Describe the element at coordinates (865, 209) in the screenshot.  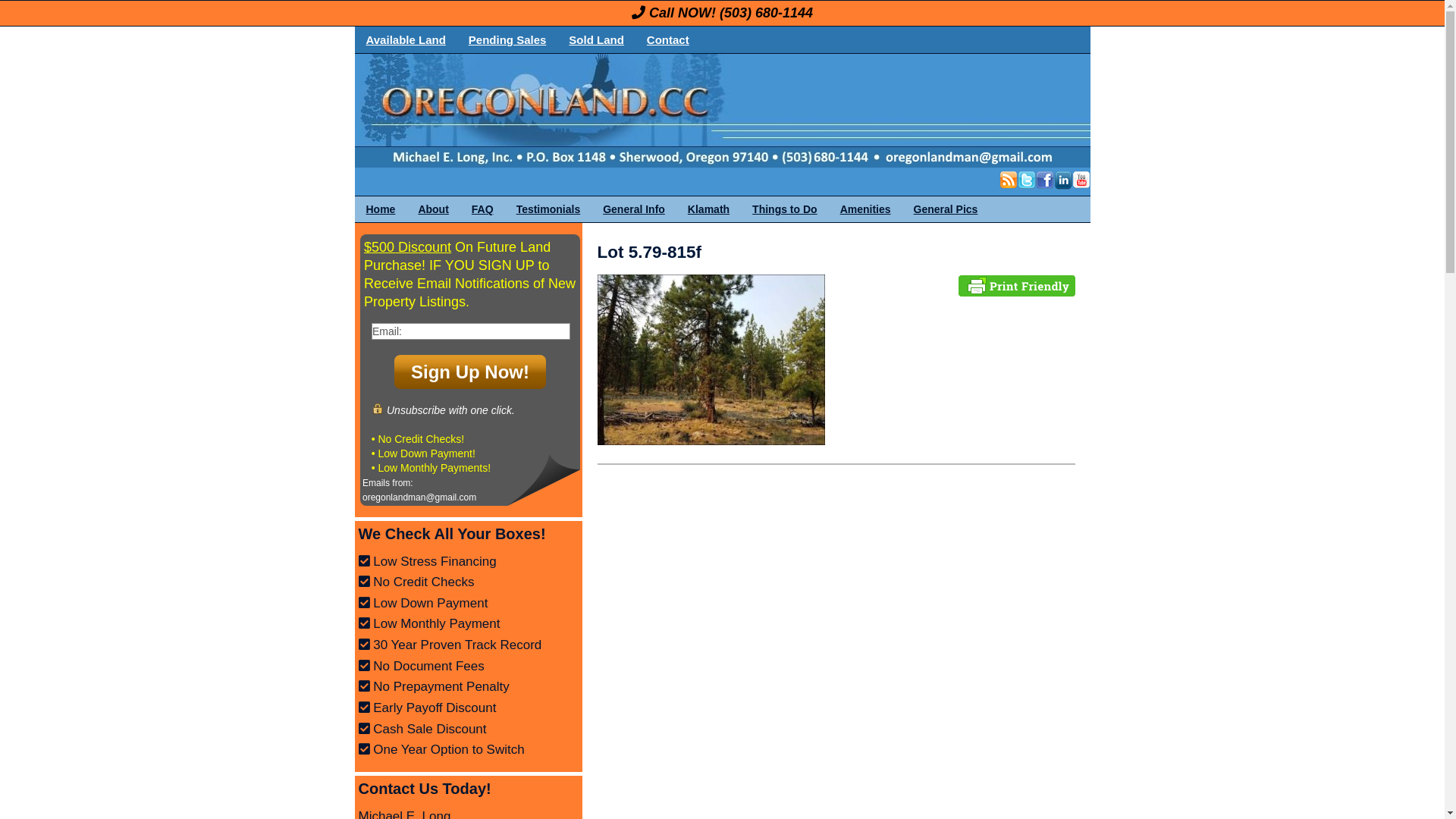
I see `'Amenities'` at that location.